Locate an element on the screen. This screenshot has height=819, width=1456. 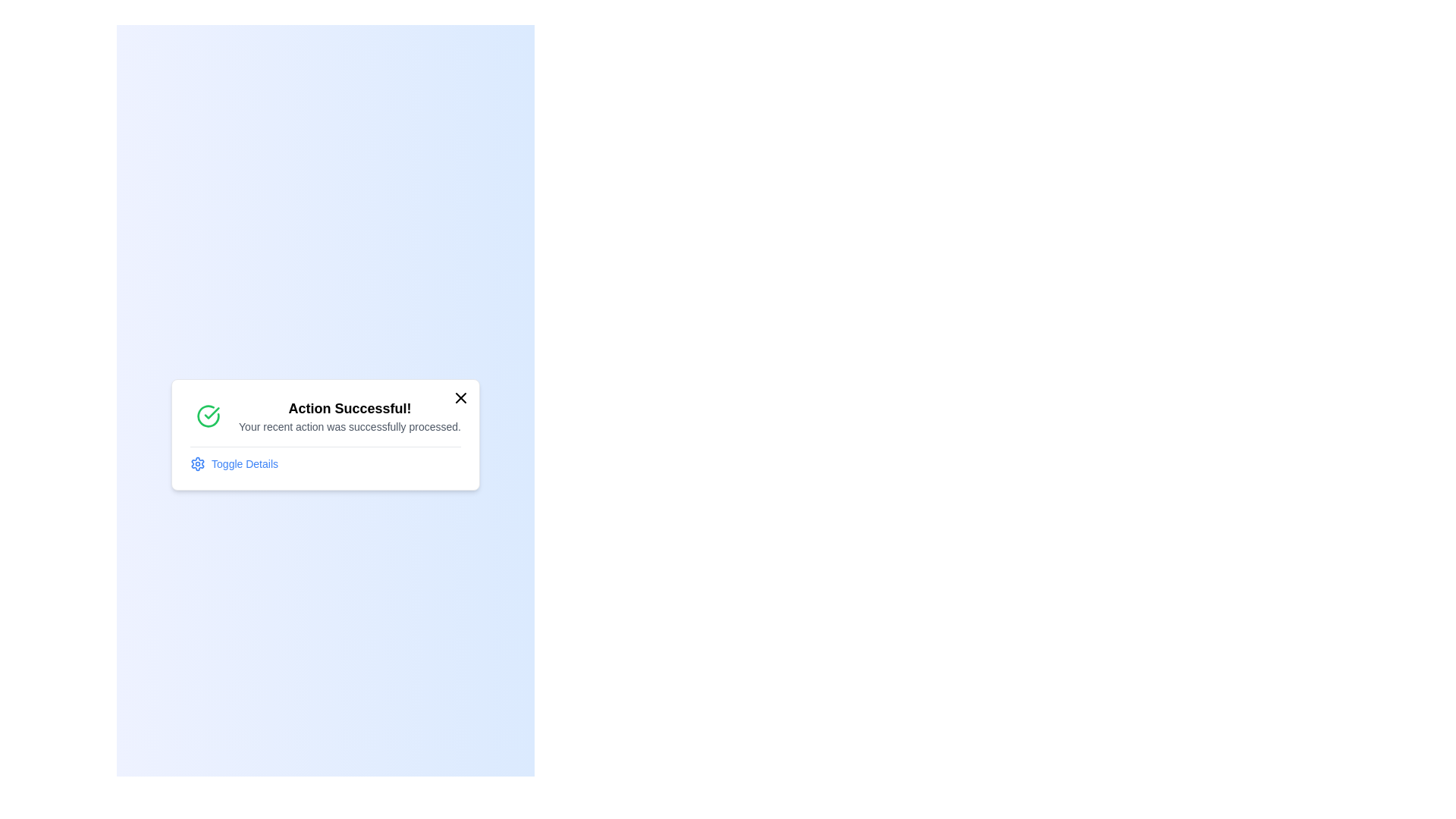
the close button to close the alert is located at coordinates (460, 397).